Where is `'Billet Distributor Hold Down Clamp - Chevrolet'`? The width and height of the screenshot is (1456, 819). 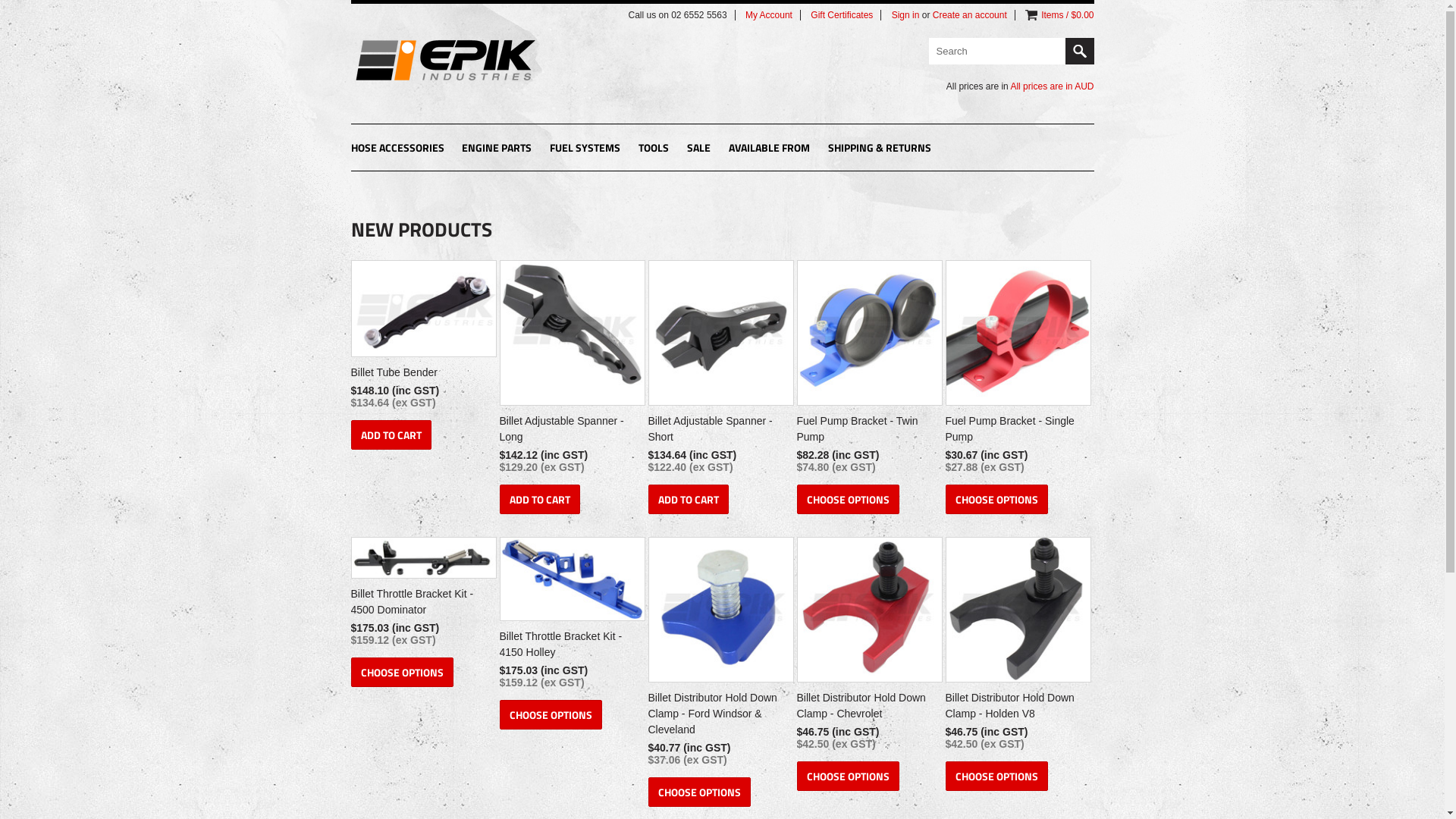 'Billet Distributor Hold Down Clamp - Chevrolet' is located at coordinates (867, 708).